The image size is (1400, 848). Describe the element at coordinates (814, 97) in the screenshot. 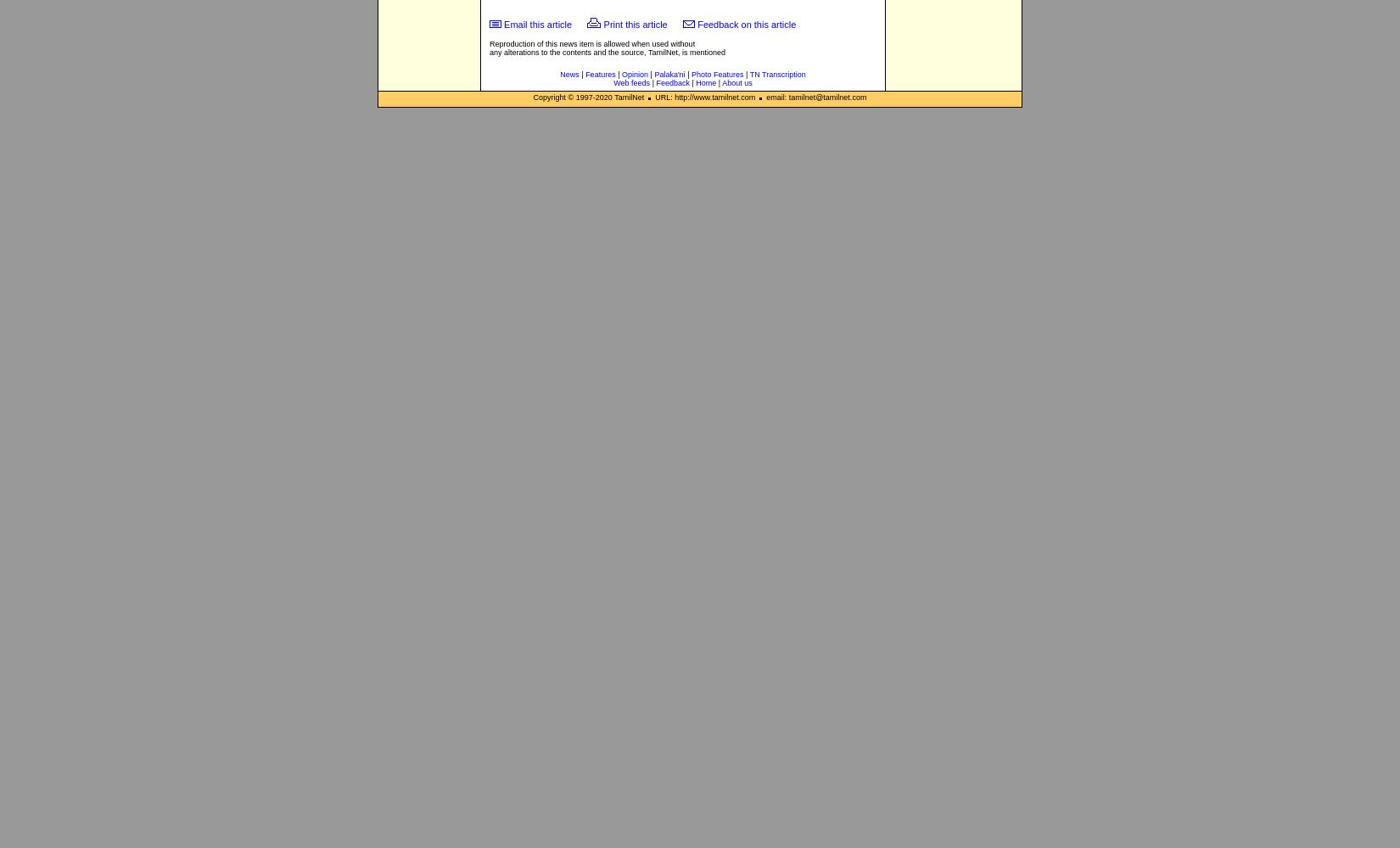

I see `'email: tamilnet@tamilnet.com'` at that location.